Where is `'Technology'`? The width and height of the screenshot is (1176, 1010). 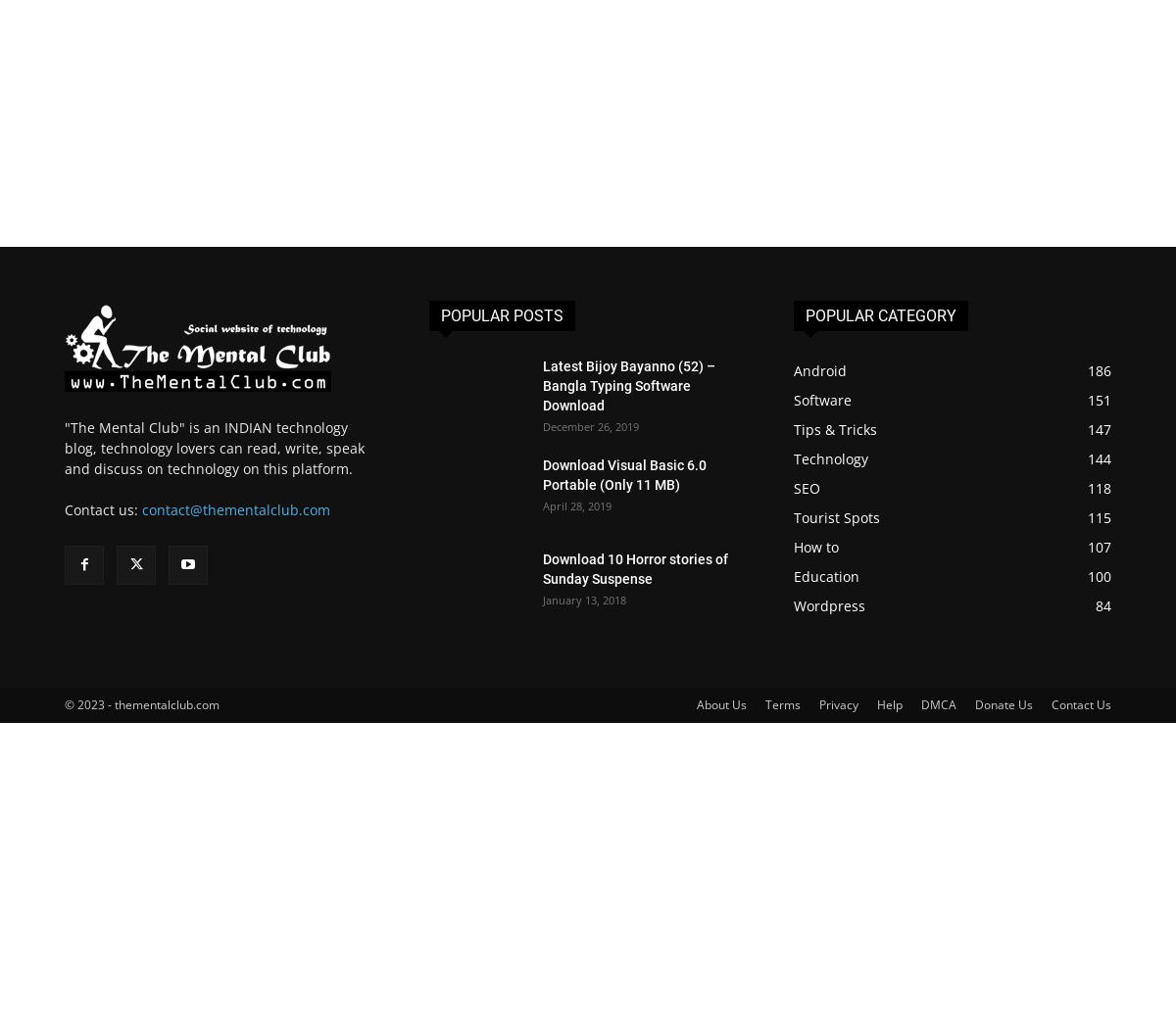
'Technology' is located at coordinates (830, 457).